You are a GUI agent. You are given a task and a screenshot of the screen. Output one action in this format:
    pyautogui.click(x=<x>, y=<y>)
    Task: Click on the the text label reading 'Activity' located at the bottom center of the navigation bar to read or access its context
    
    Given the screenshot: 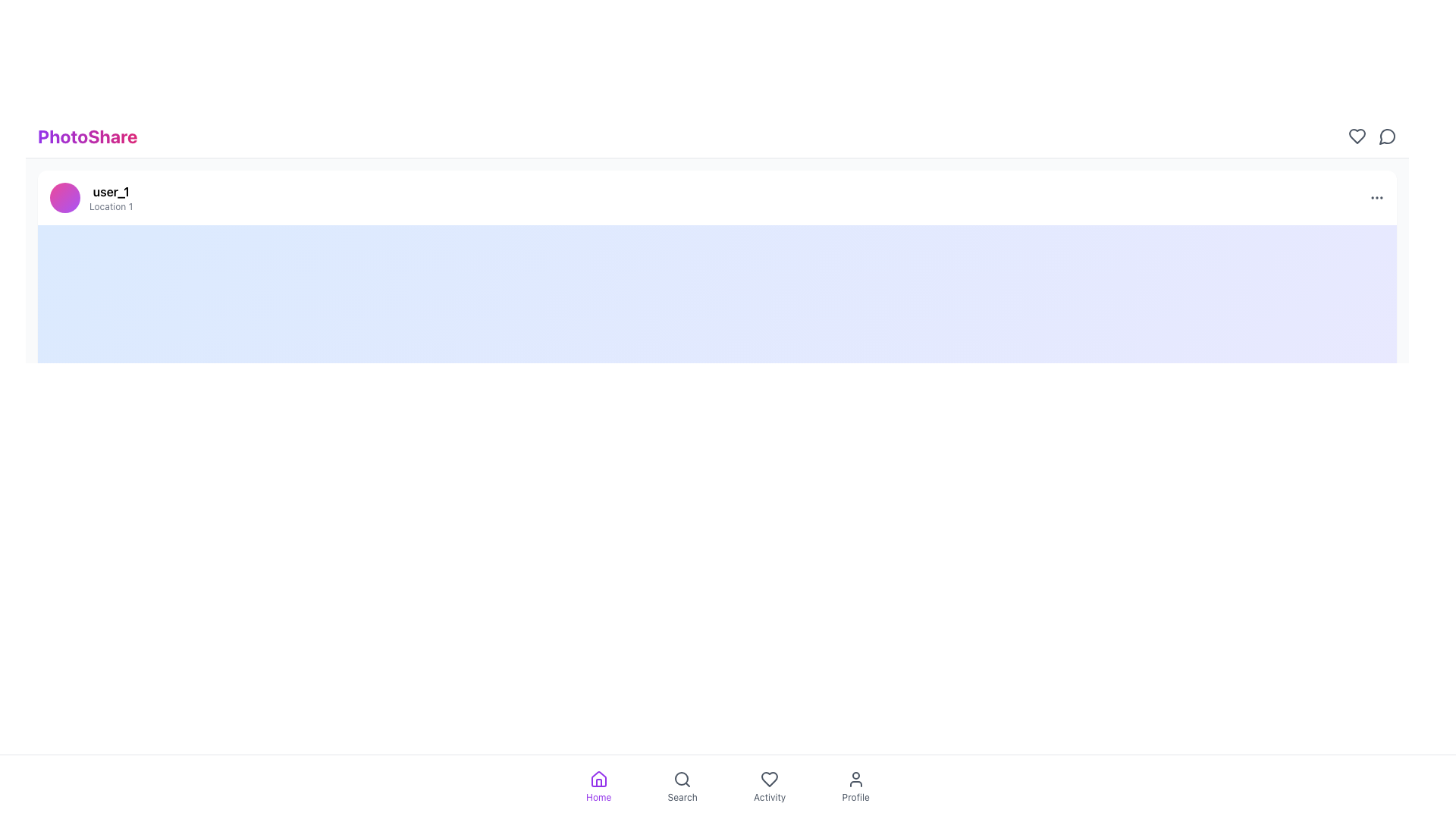 What is the action you would take?
    pyautogui.click(x=770, y=797)
    